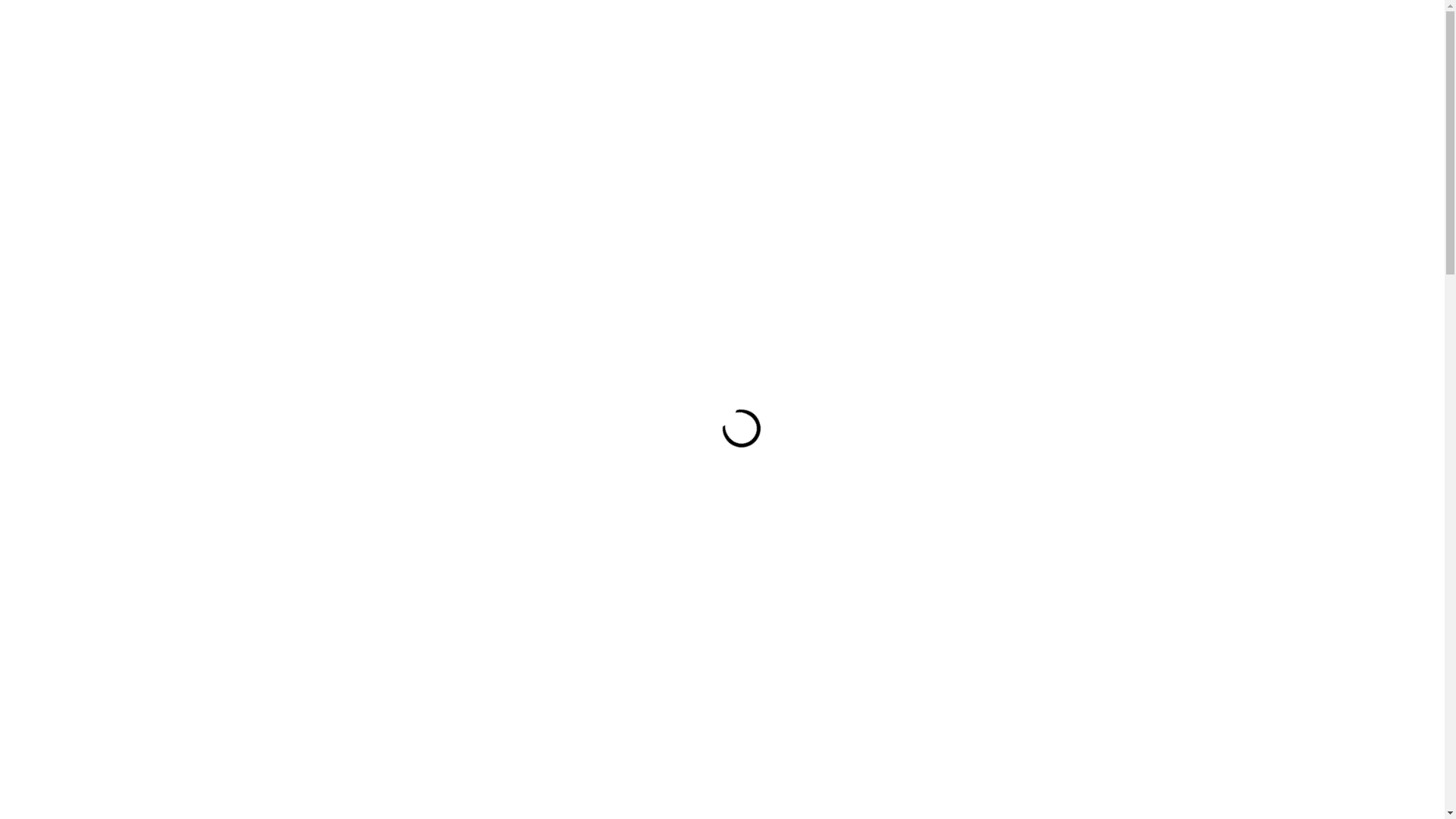  What do you see at coordinates (598, 110) in the screenshot?
I see `'outdoor'` at bounding box center [598, 110].